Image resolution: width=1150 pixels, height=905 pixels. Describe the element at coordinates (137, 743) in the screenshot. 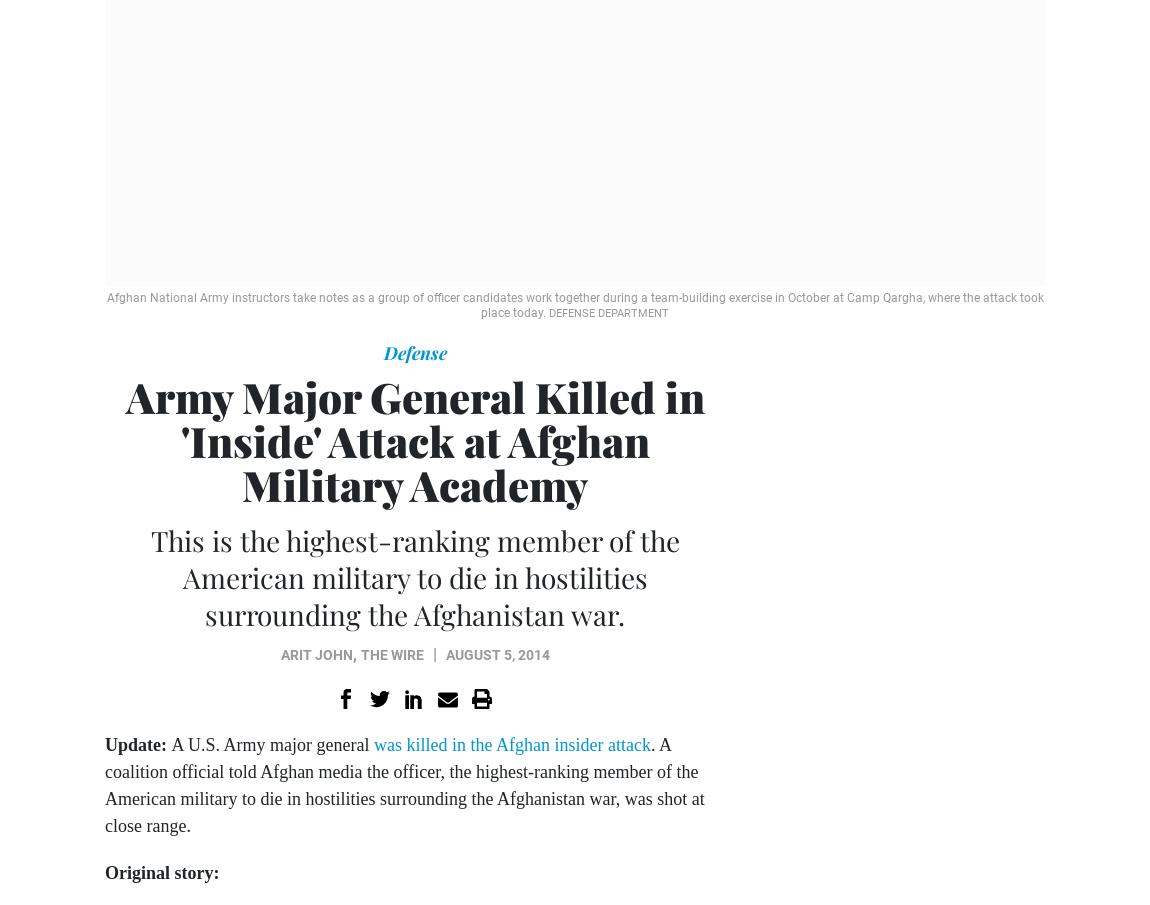

I see `'Update:'` at that location.